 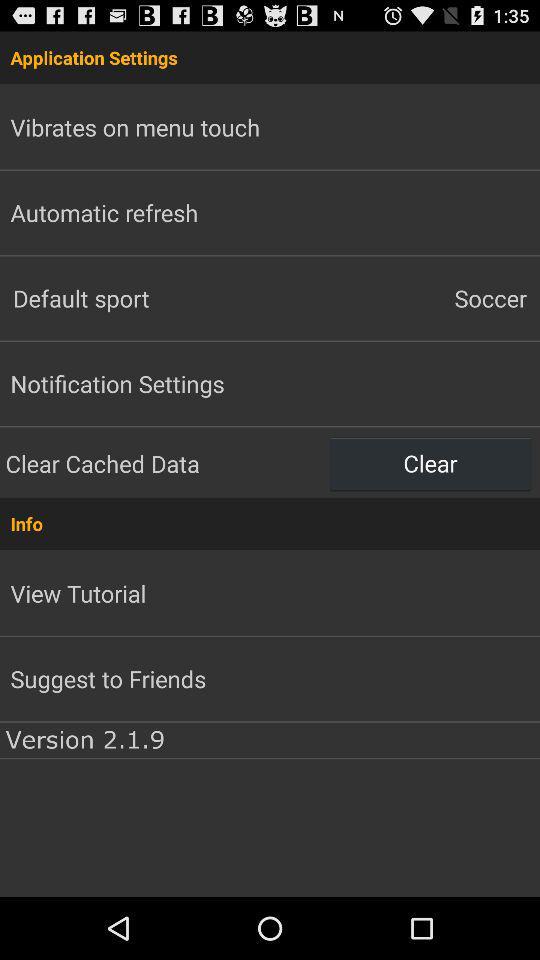 What do you see at coordinates (405, 297) in the screenshot?
I see `item below application settings` at bounding box center [405, 297].